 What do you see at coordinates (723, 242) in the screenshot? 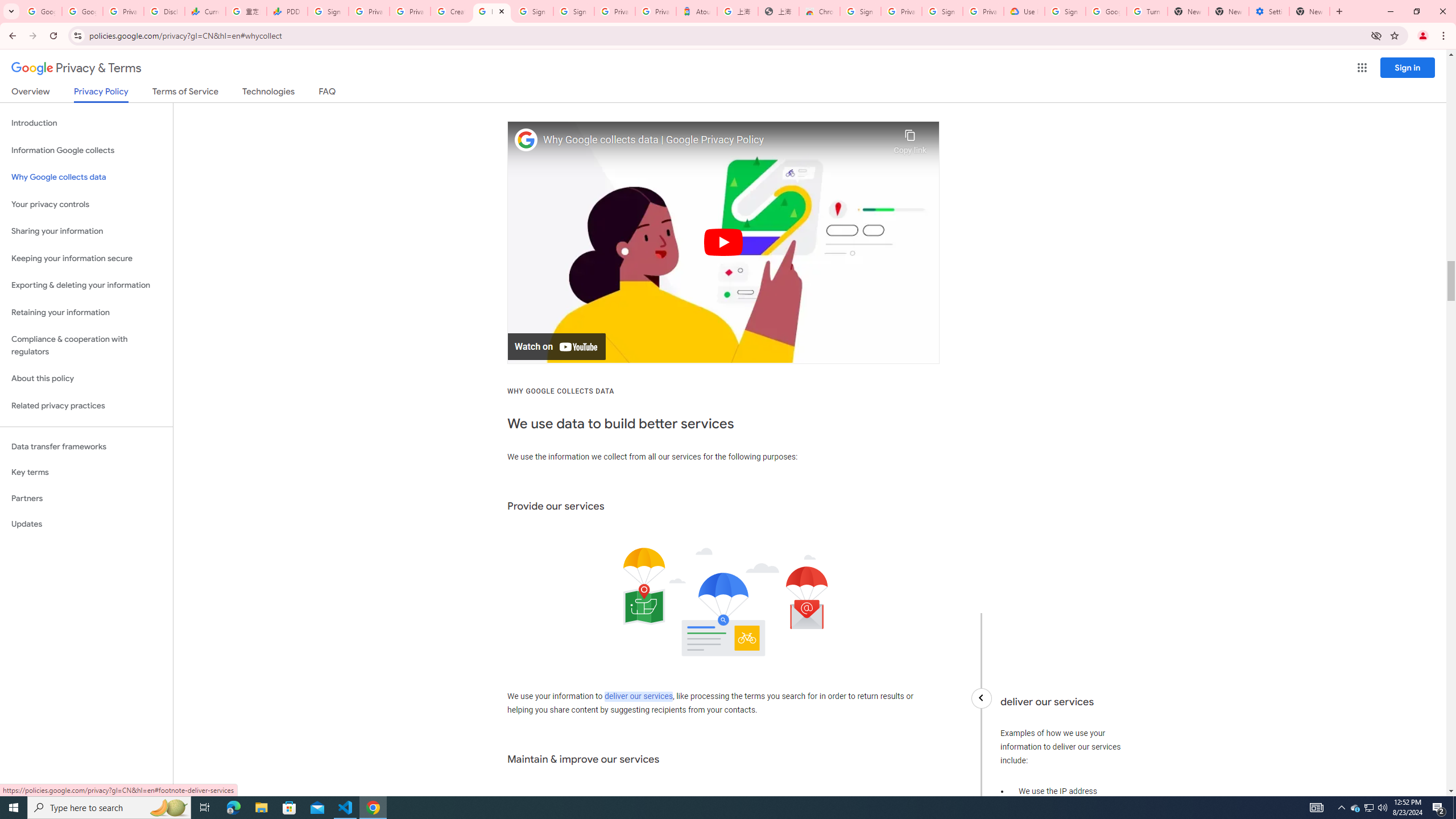
I see `'Play'` at bounding box center [723, 242].